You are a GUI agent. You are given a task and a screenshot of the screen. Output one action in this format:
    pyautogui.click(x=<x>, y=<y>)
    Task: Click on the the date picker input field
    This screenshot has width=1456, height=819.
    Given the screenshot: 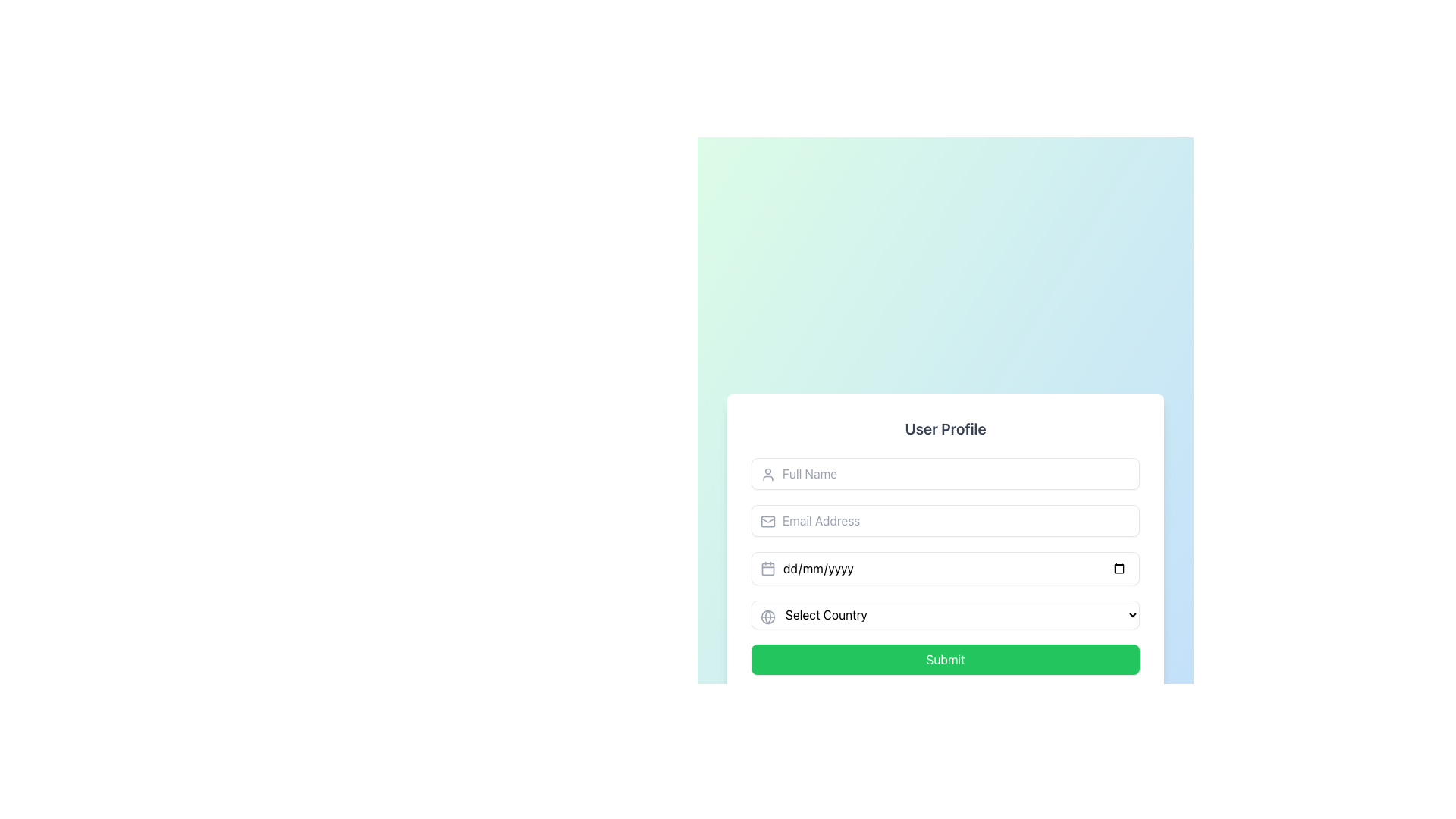 What is the action you would take?
    pyautogui.click(x=945, y=568)
    